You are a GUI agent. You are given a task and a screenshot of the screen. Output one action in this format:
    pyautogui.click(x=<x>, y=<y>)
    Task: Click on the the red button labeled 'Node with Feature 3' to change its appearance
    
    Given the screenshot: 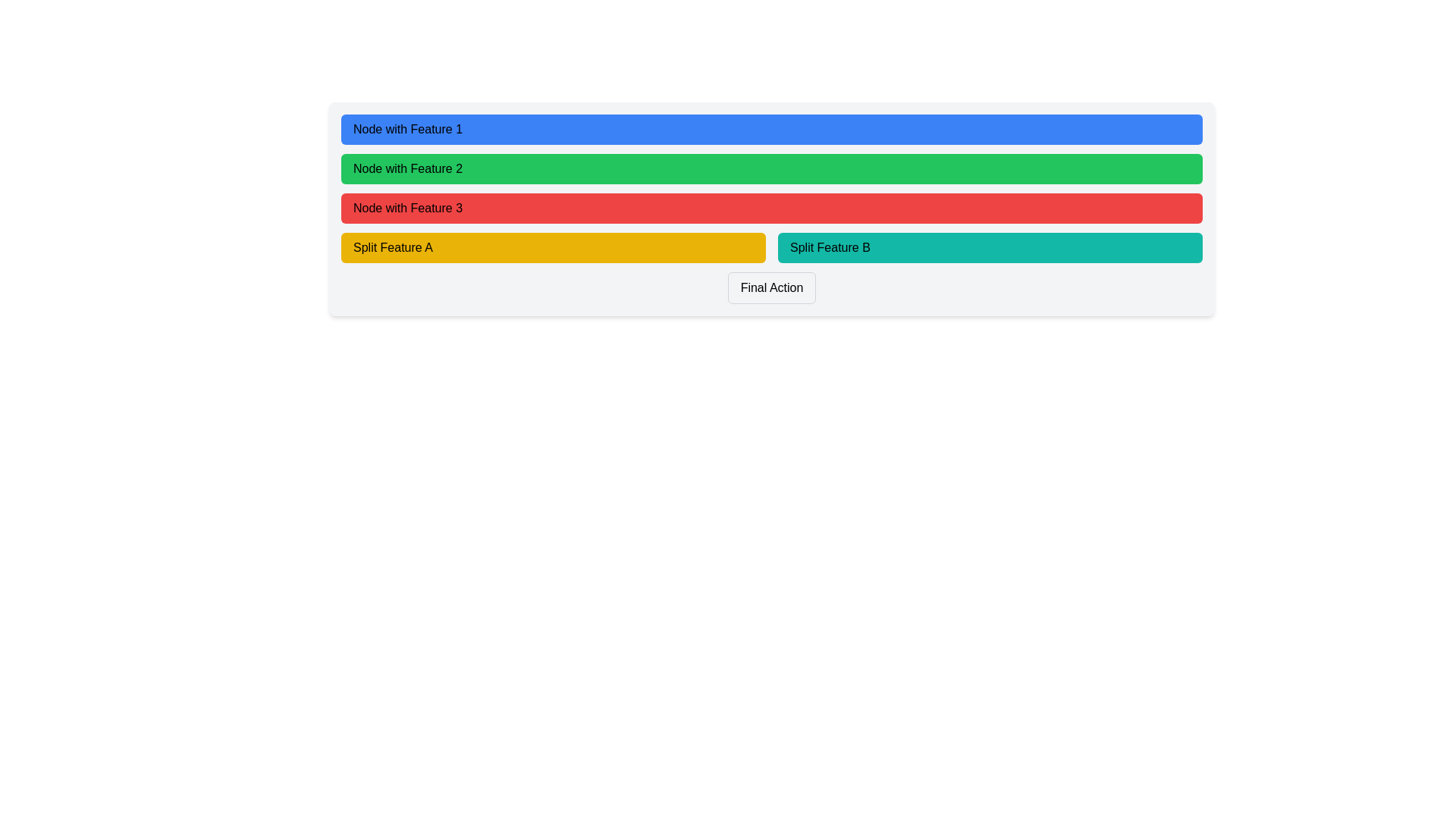 What is the action you would take?
    pyautogui.click(x=771, y=208)
    